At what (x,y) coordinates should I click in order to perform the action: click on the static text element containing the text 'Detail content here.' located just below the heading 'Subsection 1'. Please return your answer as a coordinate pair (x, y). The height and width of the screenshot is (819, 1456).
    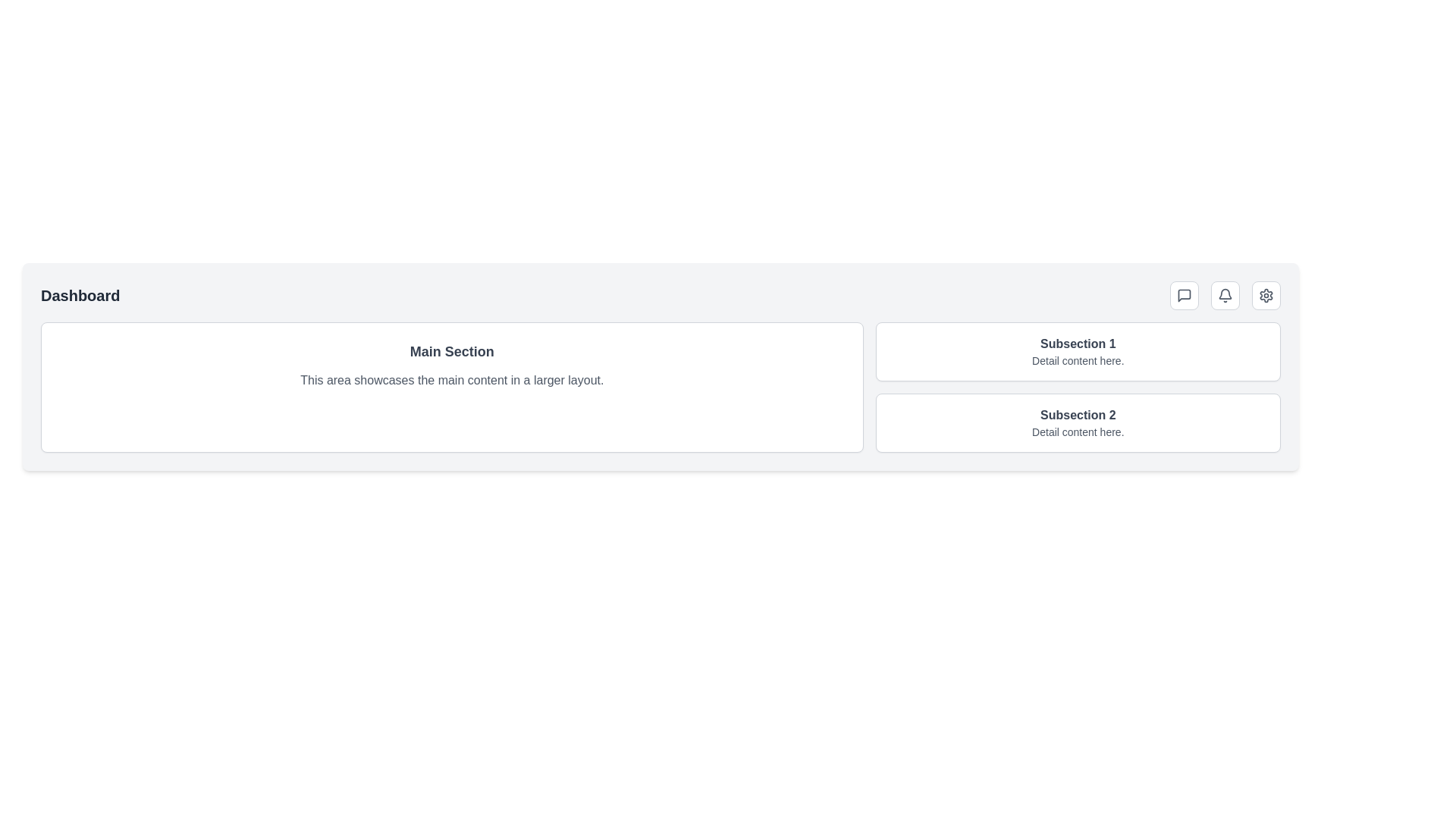
    Looking at the image, I should click on (1077, 360).